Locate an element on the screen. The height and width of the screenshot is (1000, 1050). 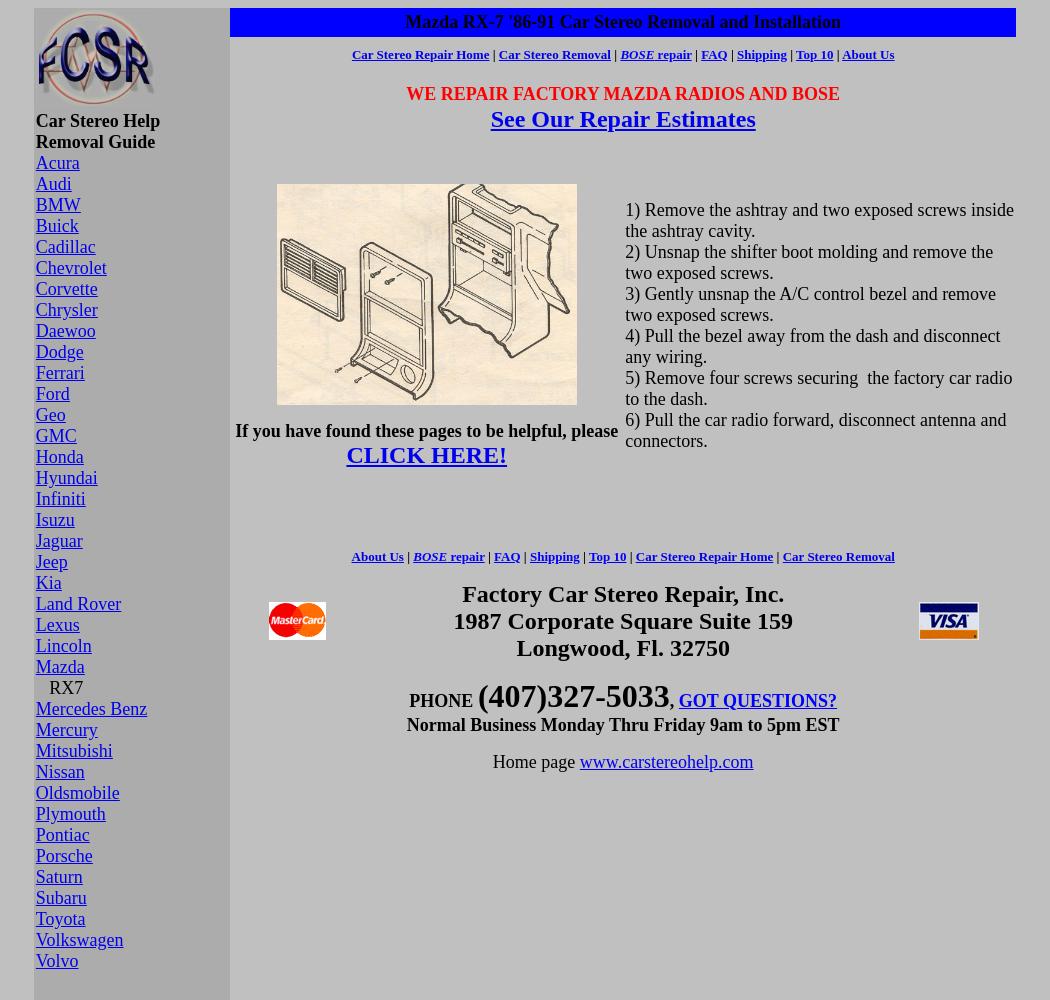
'Geo' is located at coordinates (48, 415).